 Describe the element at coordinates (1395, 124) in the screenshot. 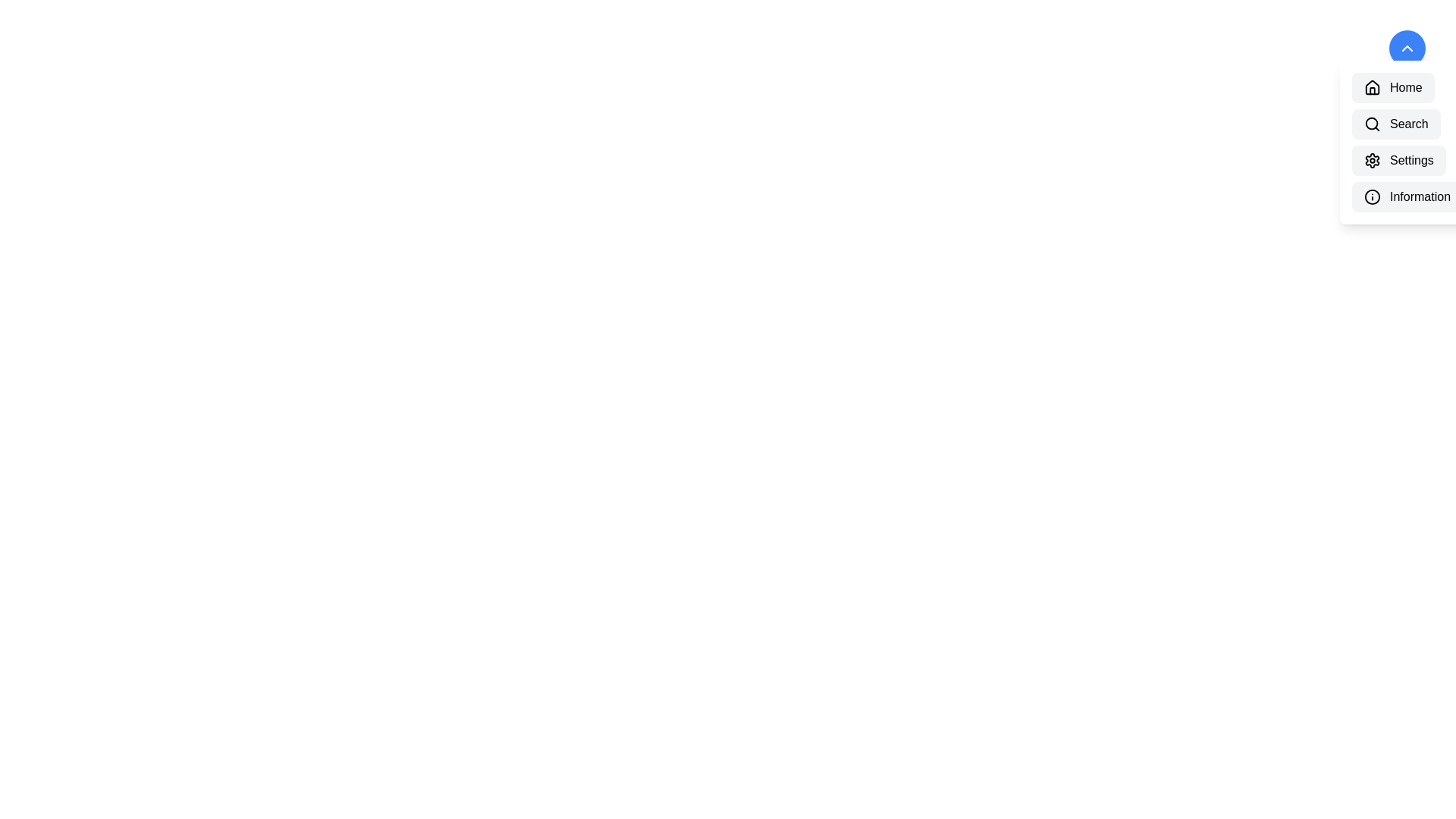

I see `the menu item labeled Search` at that location.